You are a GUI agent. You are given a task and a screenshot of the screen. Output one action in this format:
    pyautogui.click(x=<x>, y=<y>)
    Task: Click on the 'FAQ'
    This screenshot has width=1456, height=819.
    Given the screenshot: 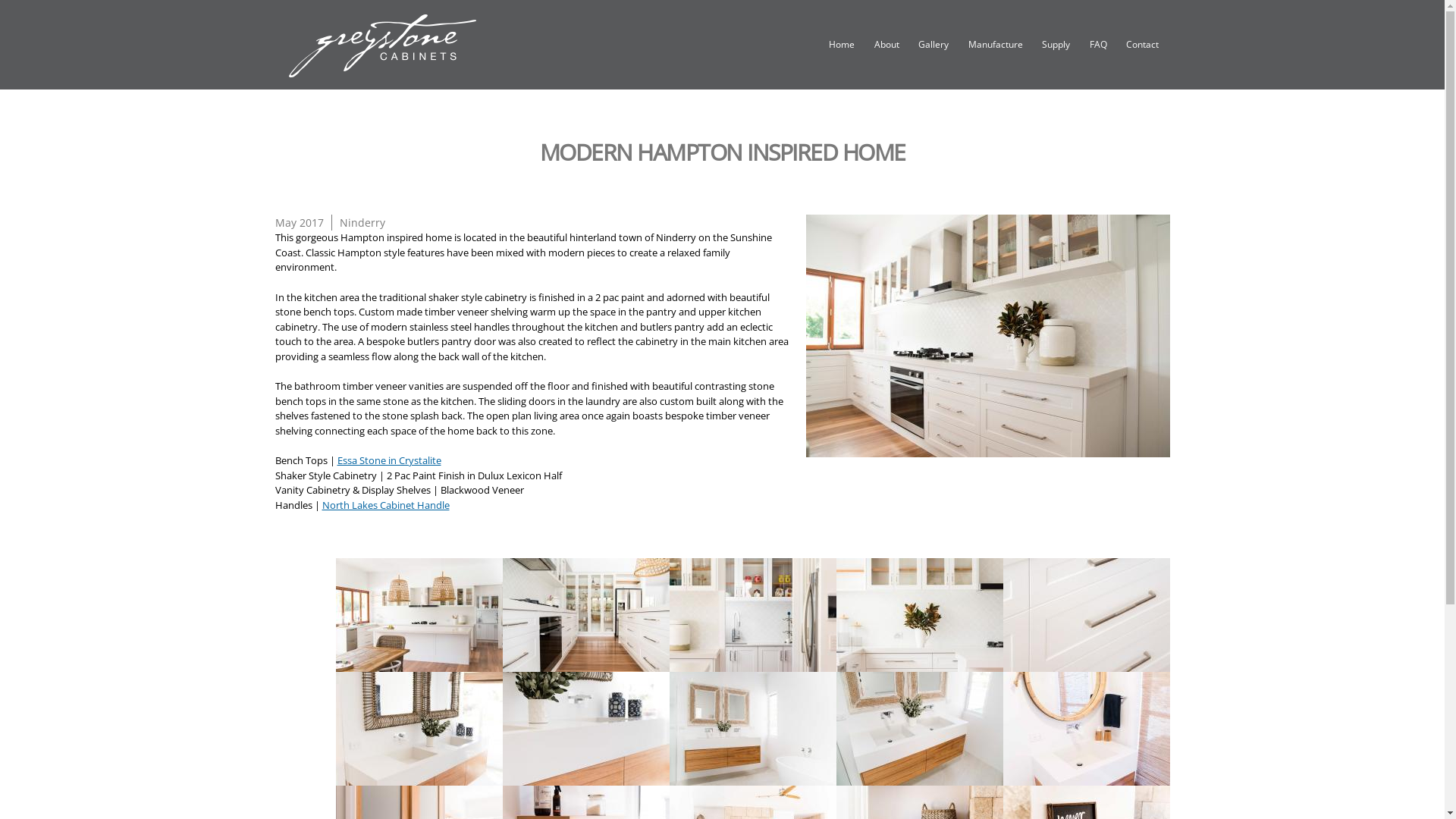 What is the action you would take?
    pyautogui.click(x=1084, y=45)
    